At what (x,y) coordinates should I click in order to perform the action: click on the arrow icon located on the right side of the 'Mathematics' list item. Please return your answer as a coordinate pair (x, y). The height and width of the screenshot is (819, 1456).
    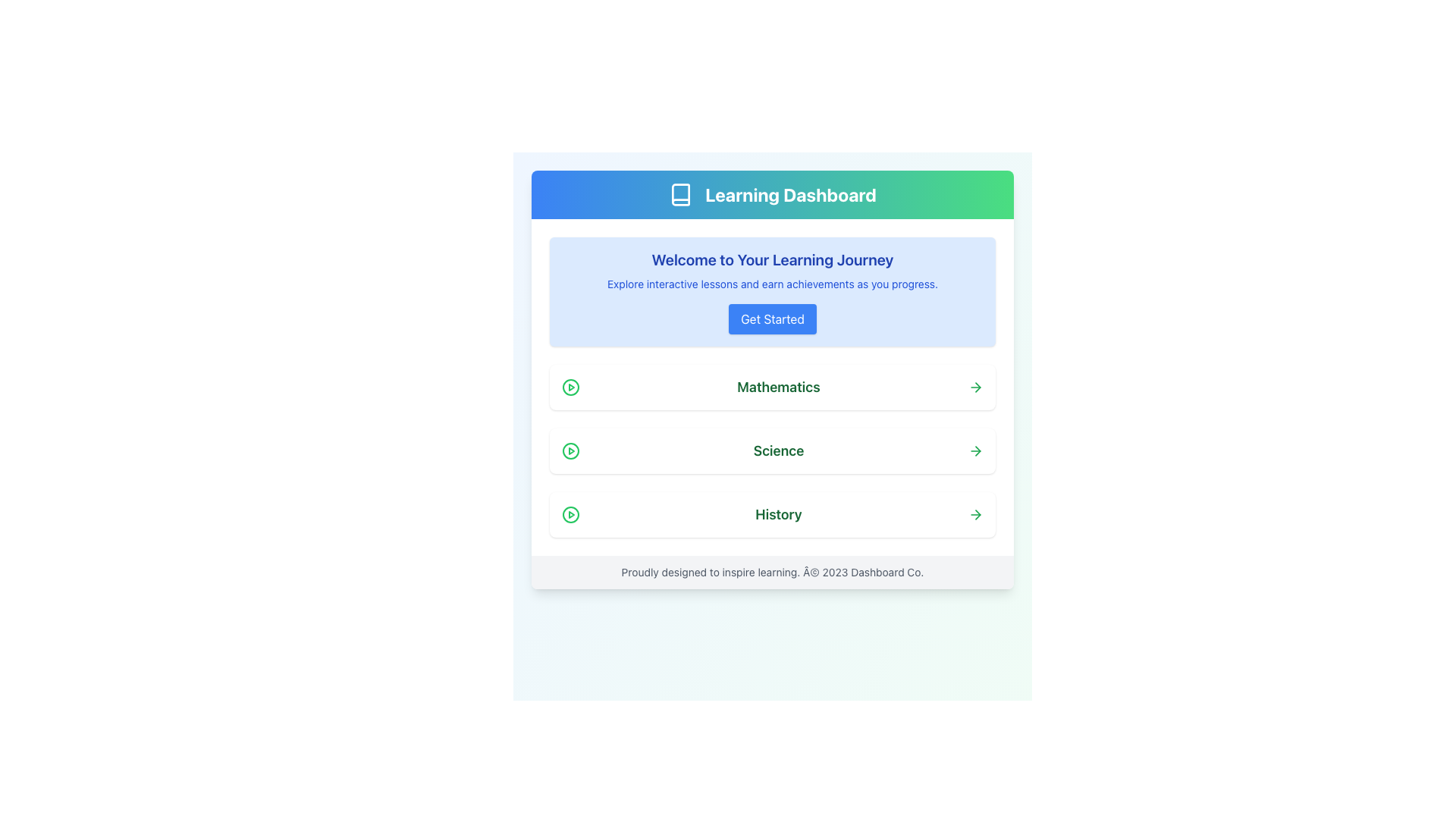
    Looking at the image, I should click on (977, 385).